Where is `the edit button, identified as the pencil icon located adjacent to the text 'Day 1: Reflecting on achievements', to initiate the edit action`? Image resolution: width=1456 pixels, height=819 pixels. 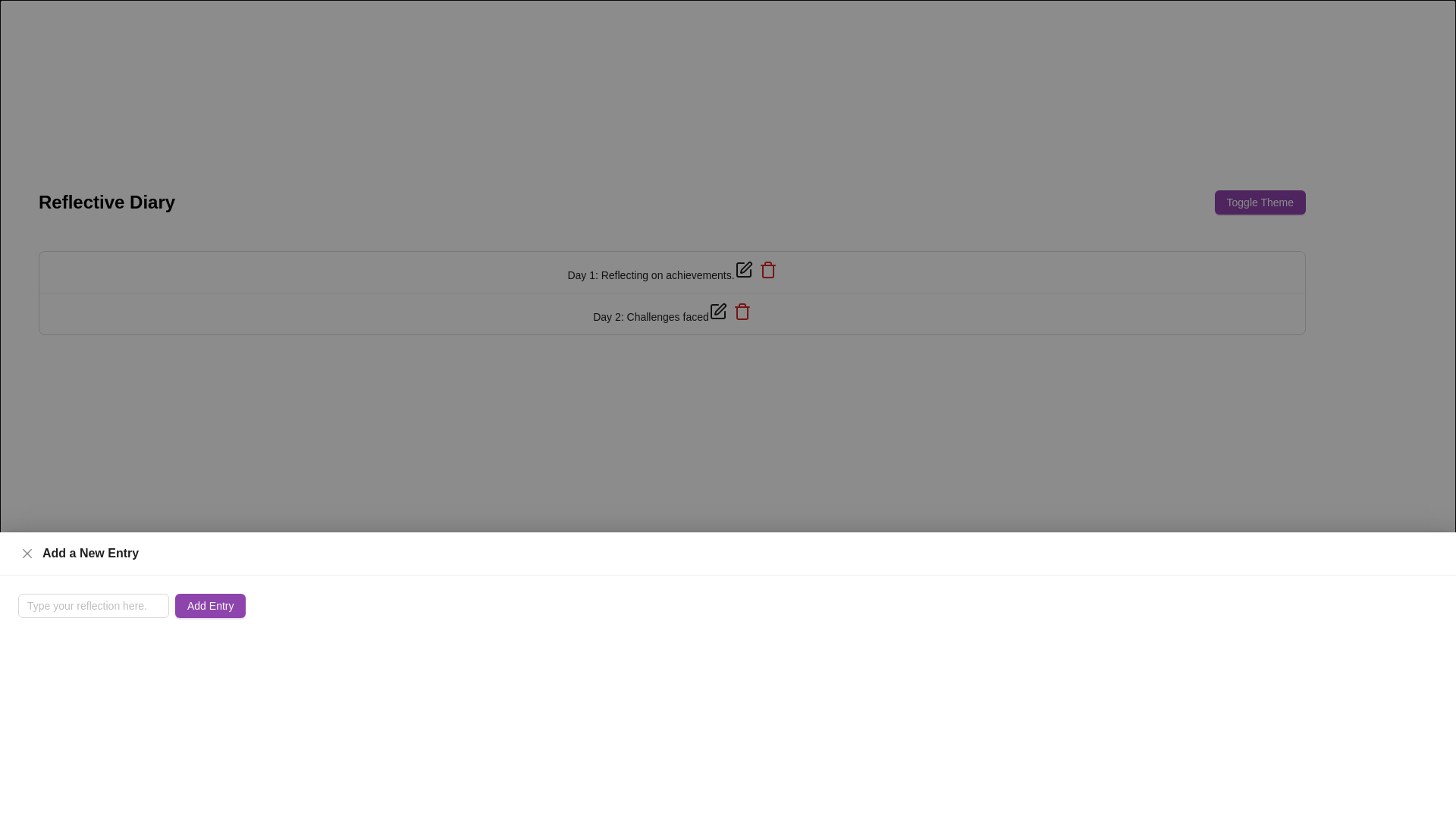 the edit button, identified as the pencil icon located adjacent to the text 'Day 1: Reflecting on achievements', to initiate the edit action is located at coordinates (743, 268).